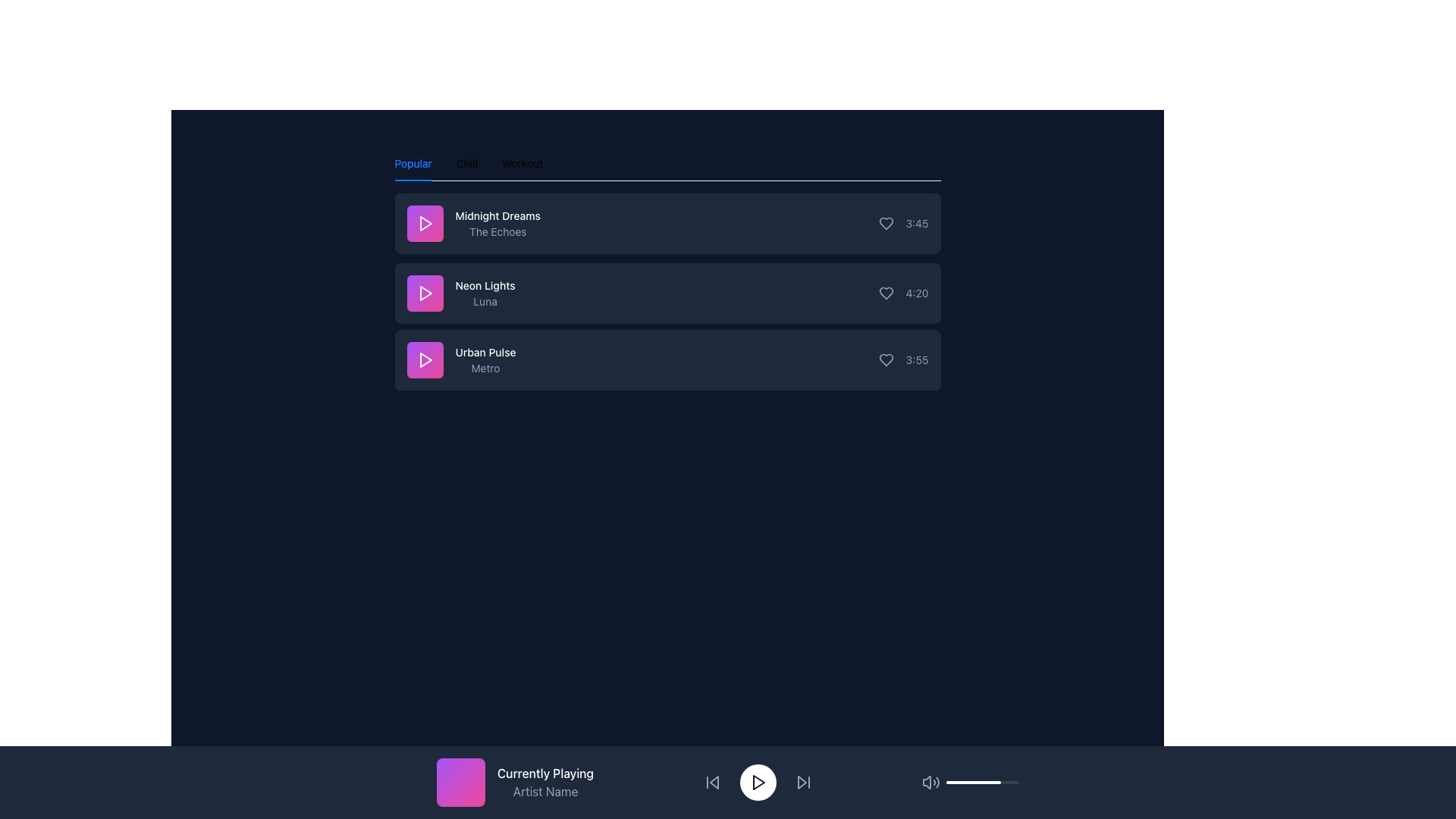  What do you see at coordinates (713, 783) in the screenshot?
I see `the triangular icon button located on the control panel` at bounding box center [713, 783].